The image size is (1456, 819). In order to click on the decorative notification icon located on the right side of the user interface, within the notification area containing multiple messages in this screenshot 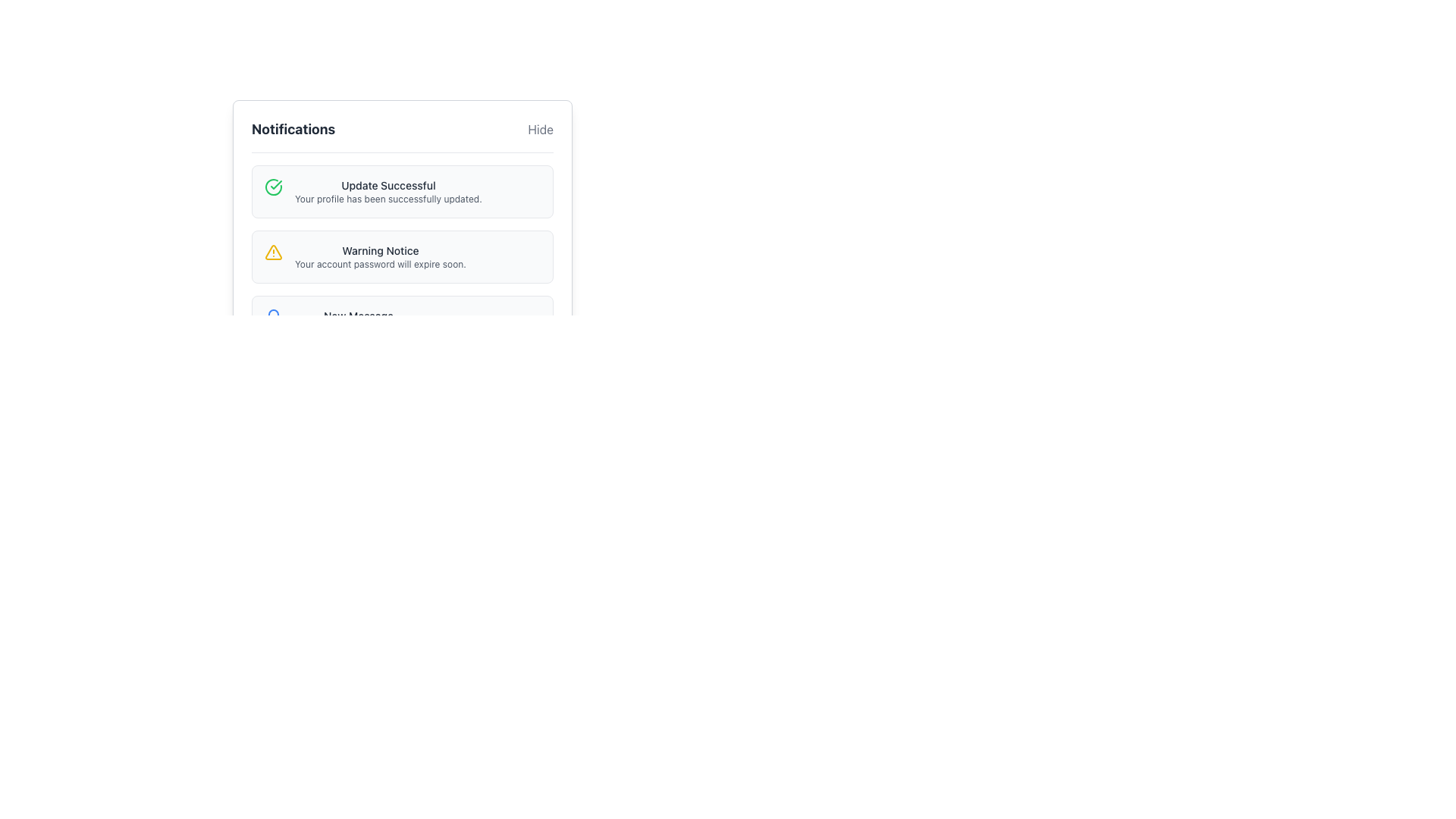, I will do `click(273, 315)`.